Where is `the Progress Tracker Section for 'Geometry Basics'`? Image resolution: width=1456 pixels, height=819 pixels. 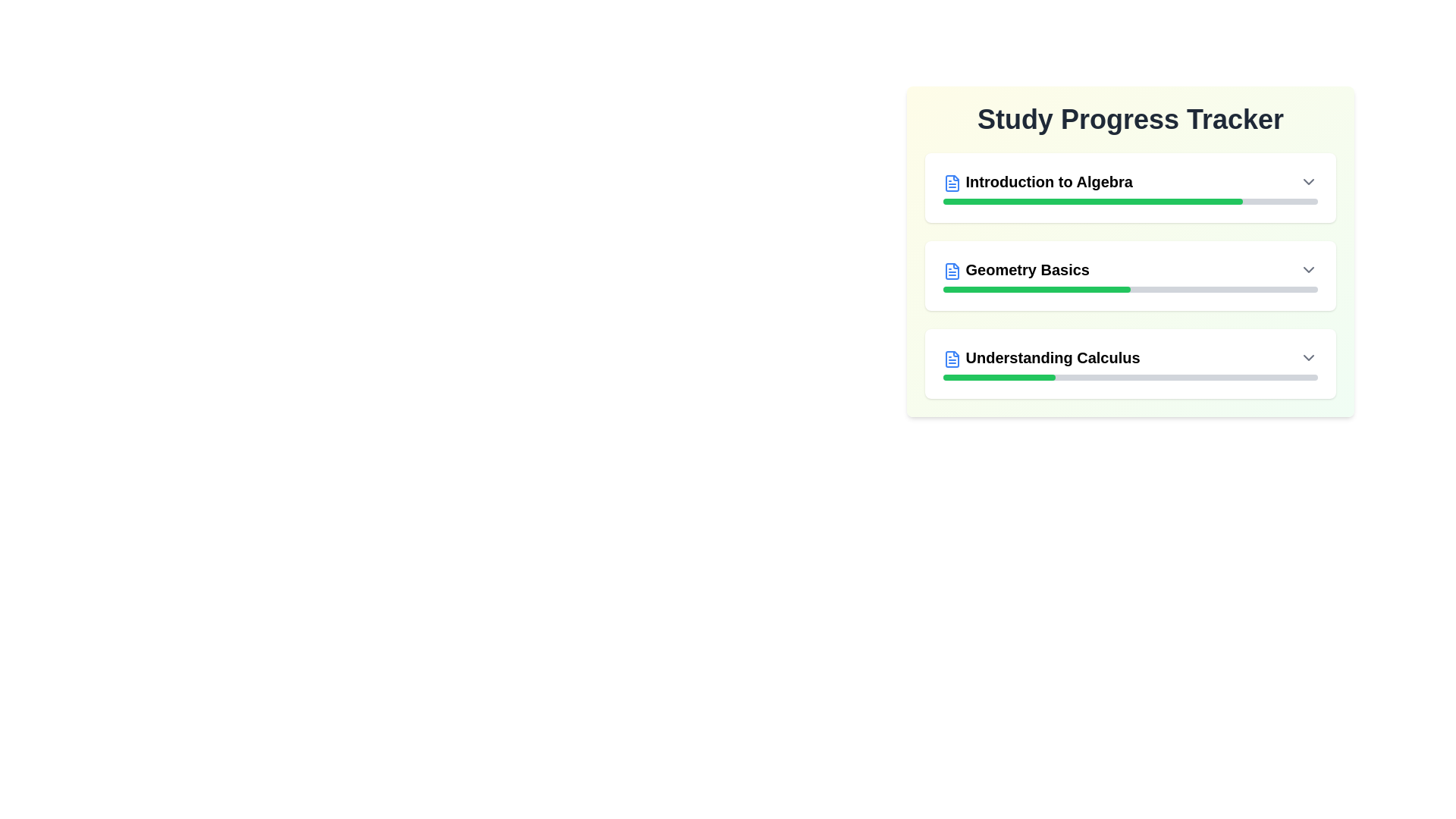 the Progress Tracker Section for 'Geometry Basics' is located at coordinates (1131, 275).